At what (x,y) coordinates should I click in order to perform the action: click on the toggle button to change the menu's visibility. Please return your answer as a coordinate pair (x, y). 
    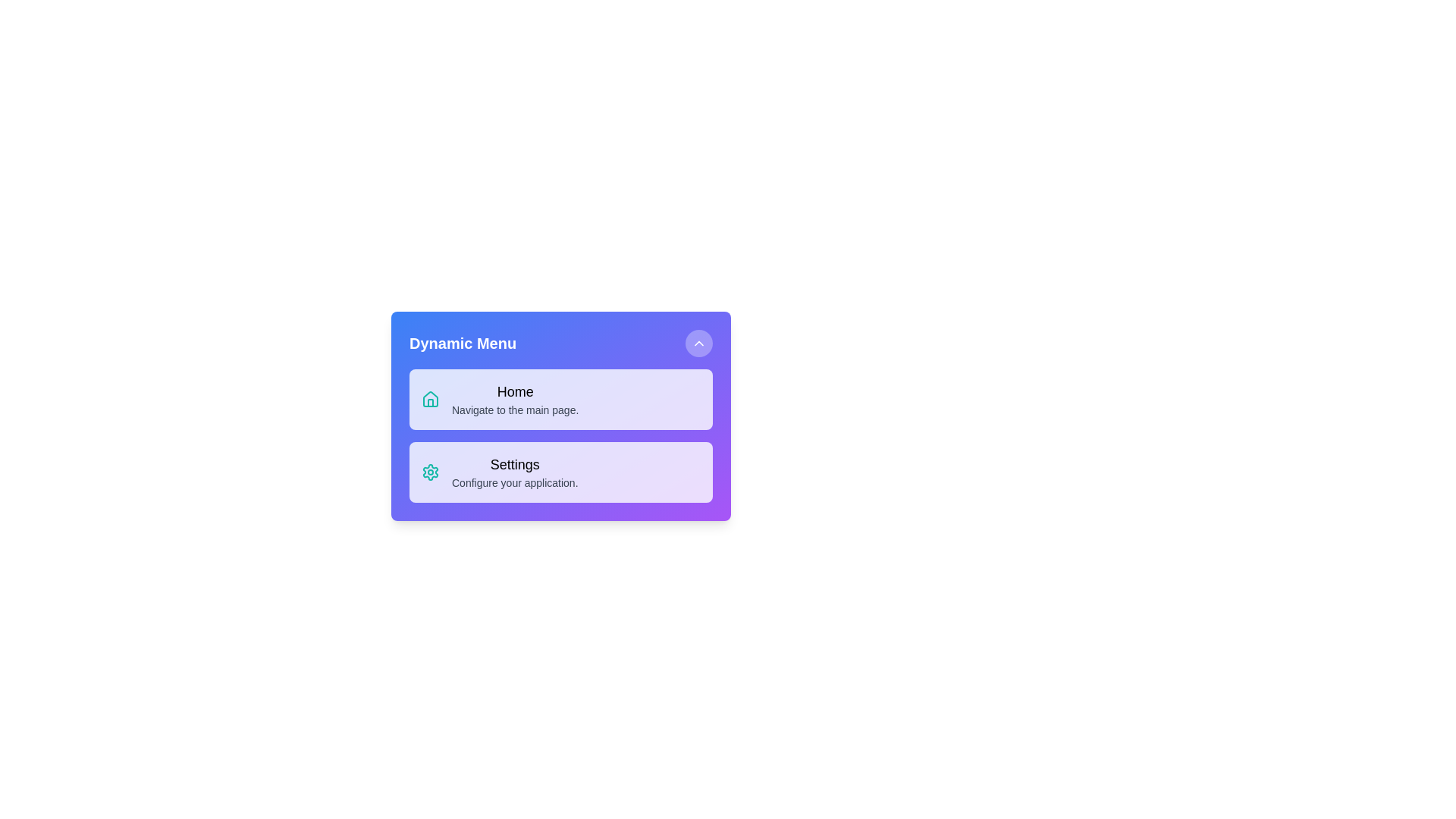
    Looking at the image, I should click on (698, 343).